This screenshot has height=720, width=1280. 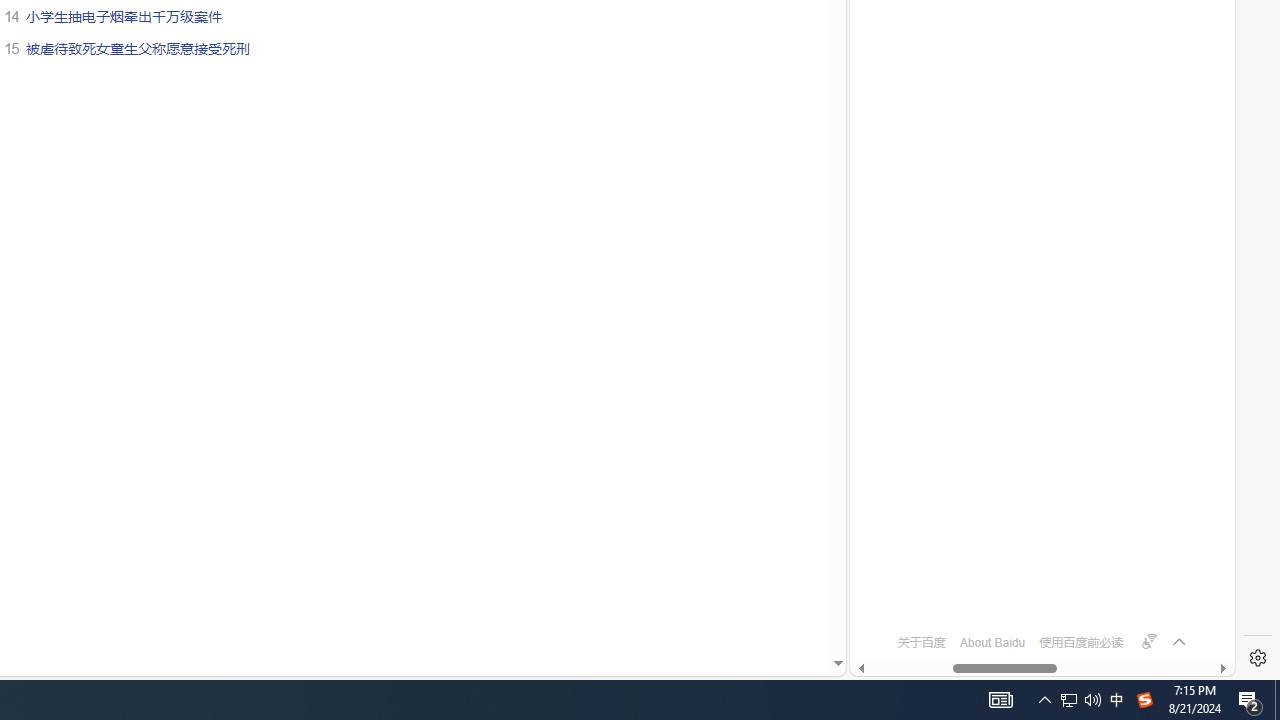 I want to click on 'Global web icon', so click(x=887, y=586).